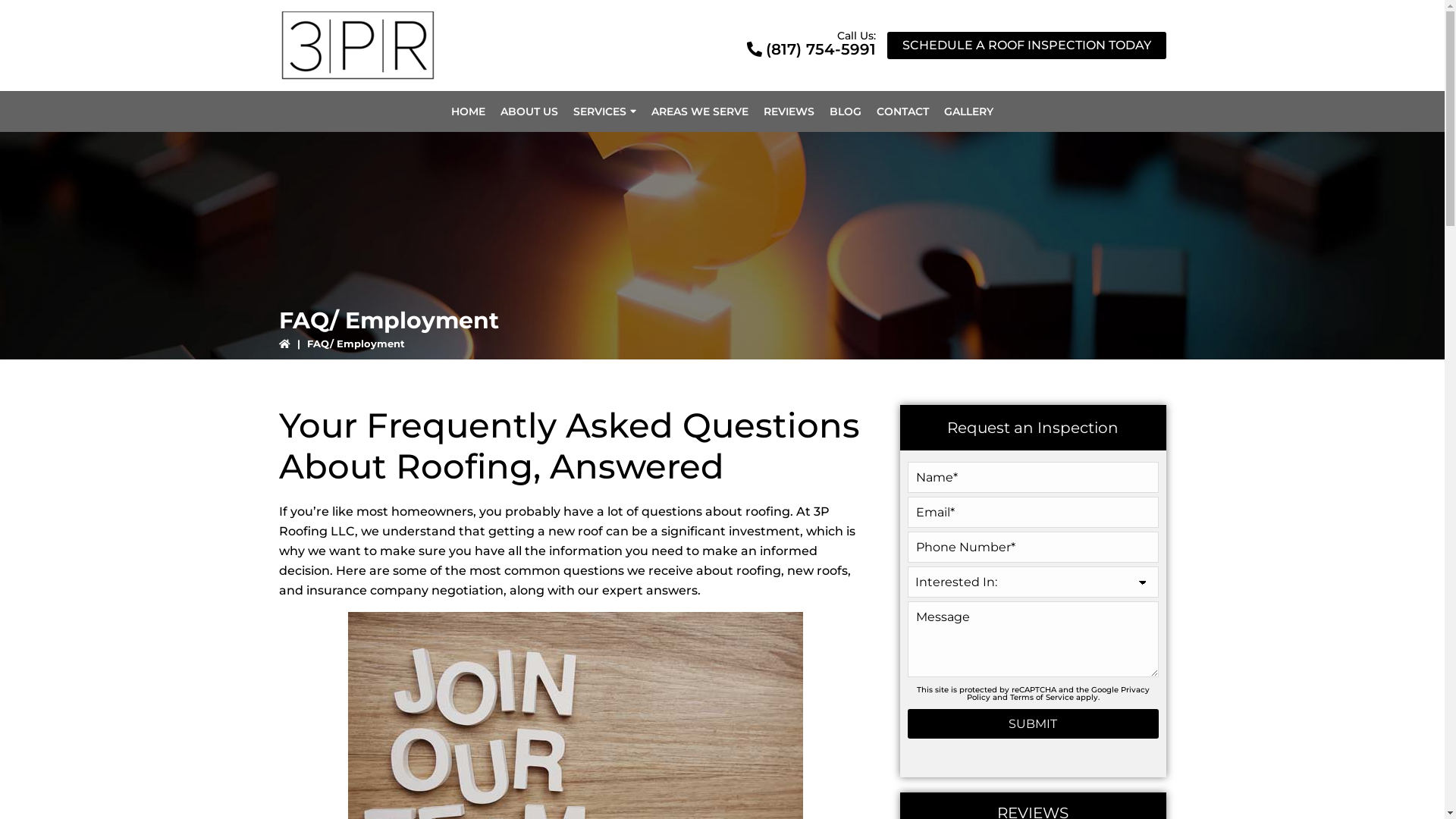 The image size is (1456, 819). I want to click on 'ABOUT US', so click(529, 110).